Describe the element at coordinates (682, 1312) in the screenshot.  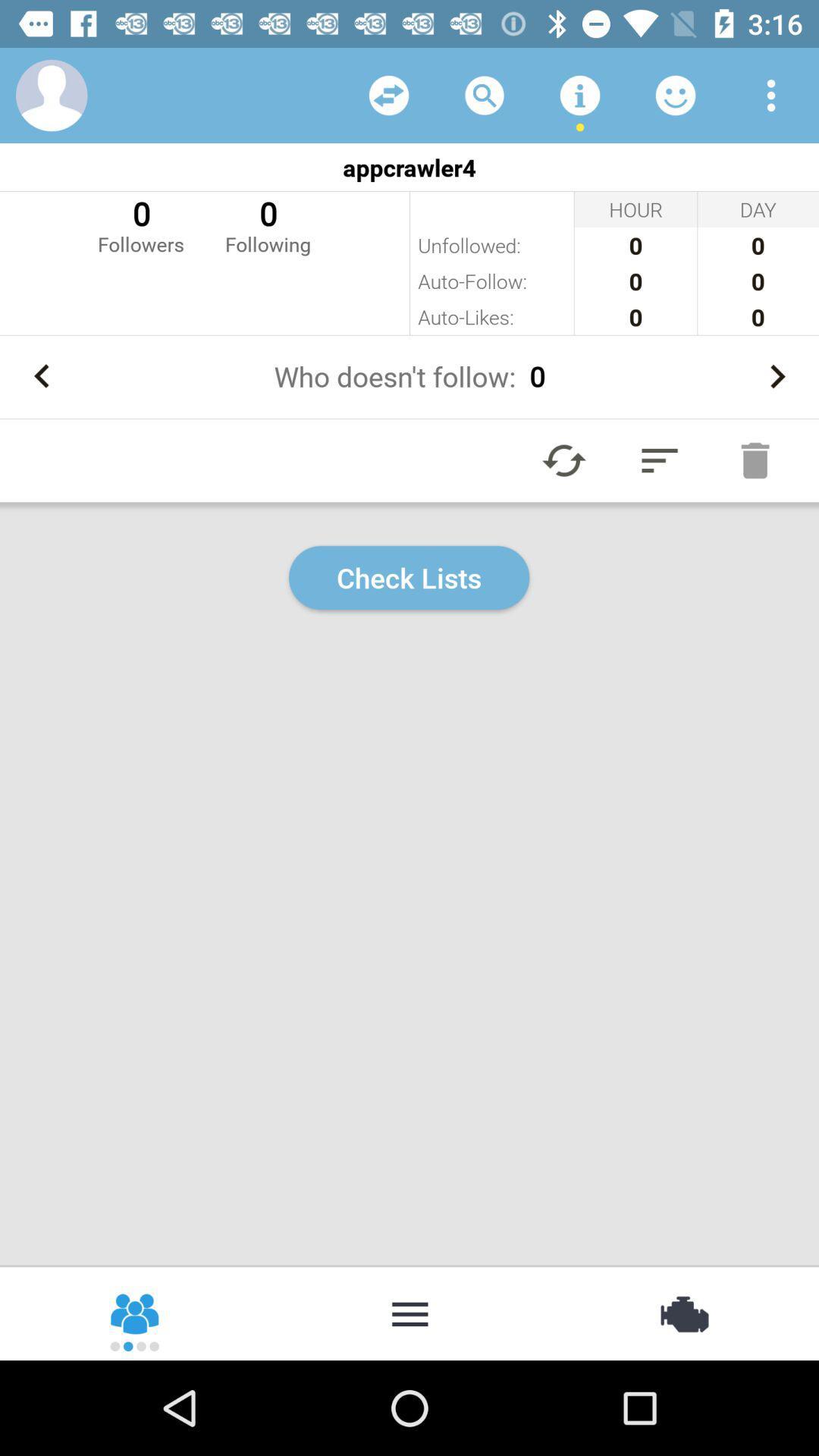
I see `the swap icon` at that location.